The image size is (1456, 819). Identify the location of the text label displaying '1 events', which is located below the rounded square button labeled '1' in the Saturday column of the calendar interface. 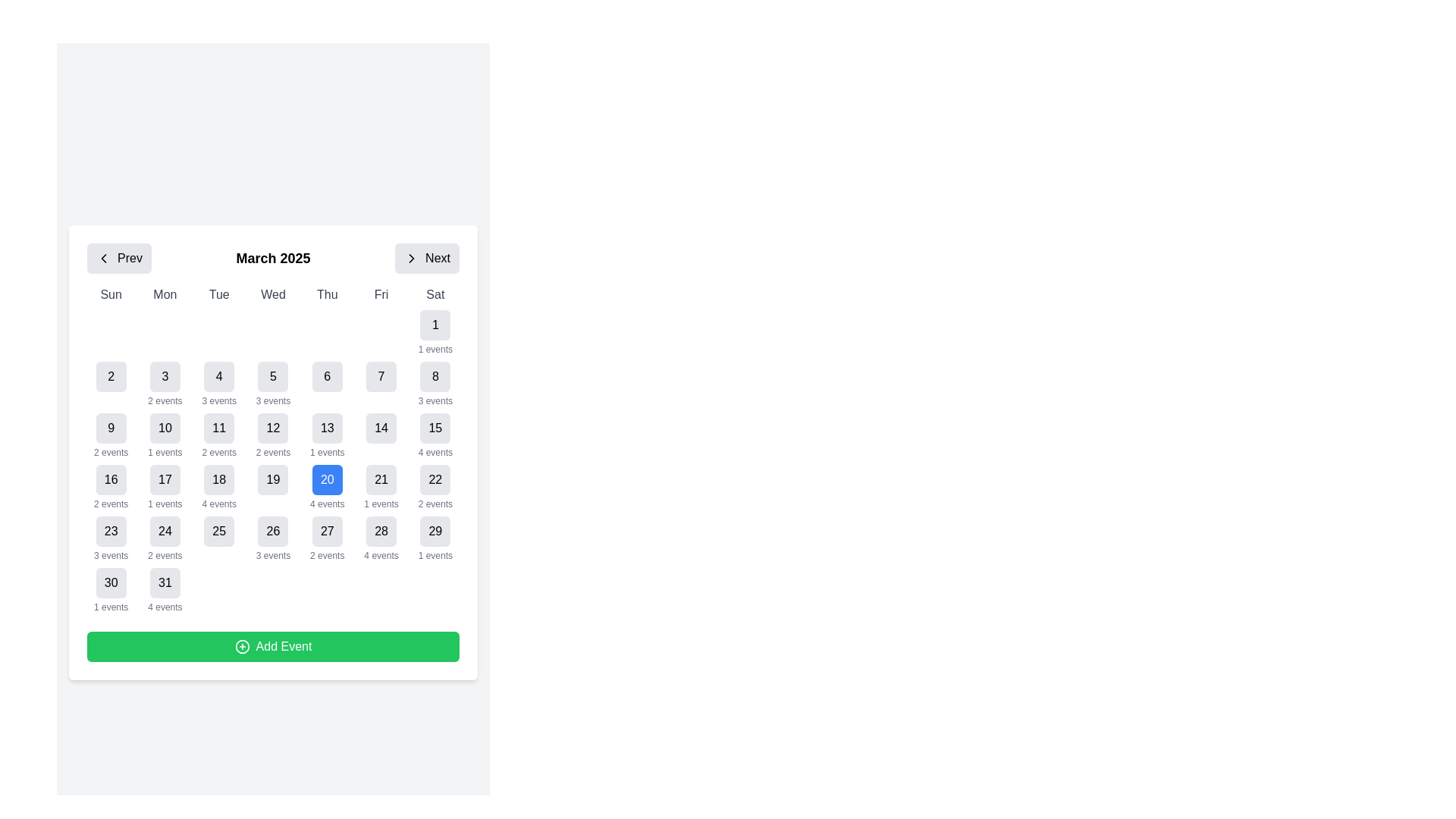
(435, 350).